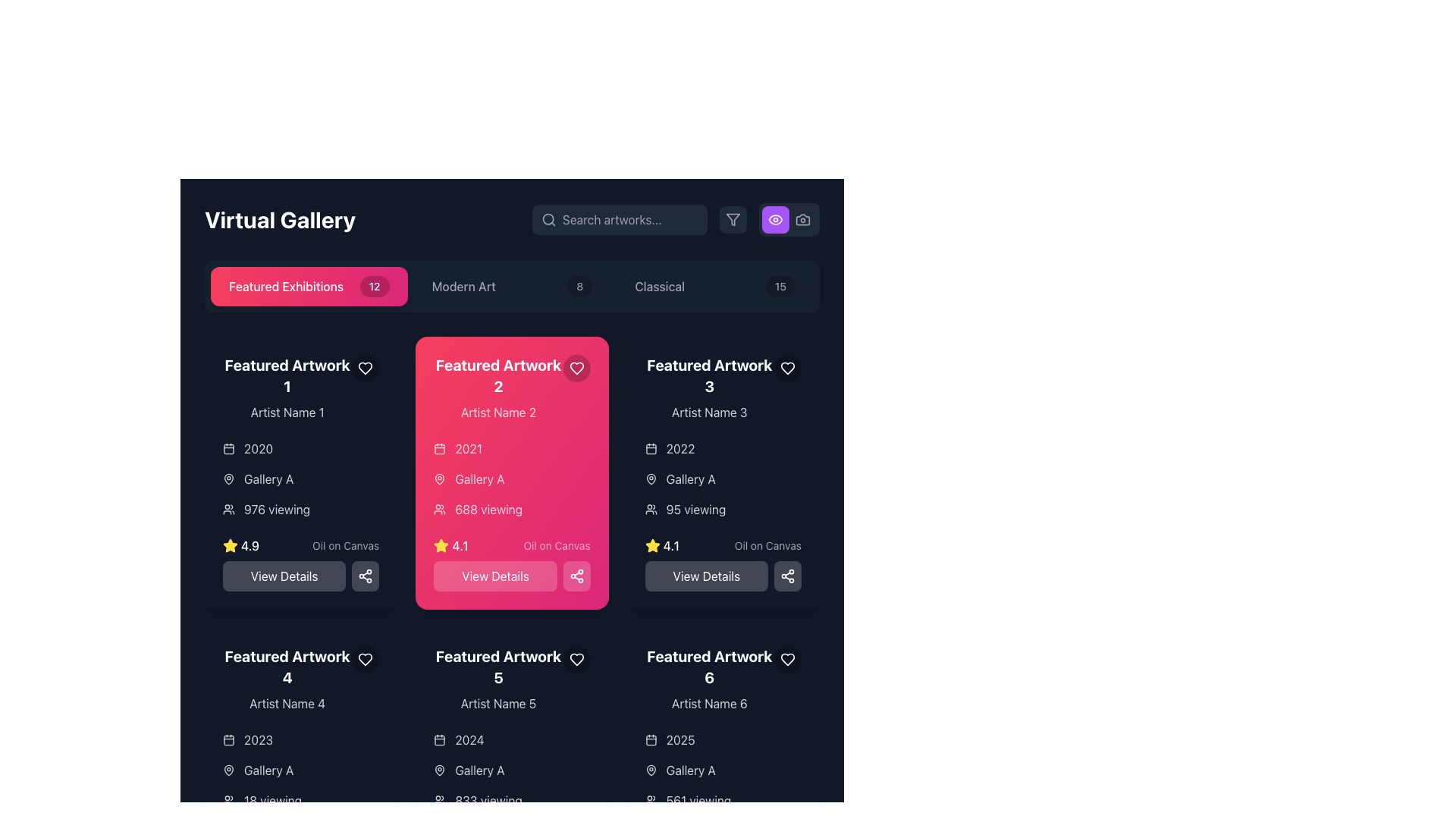 The width and height of the screenshot is (1456, 819). I want to click on the 'Share' button located on the right-hand side of the 'View Details' button within the pink card for 'Featured Artwork 2', so click(576, 576).